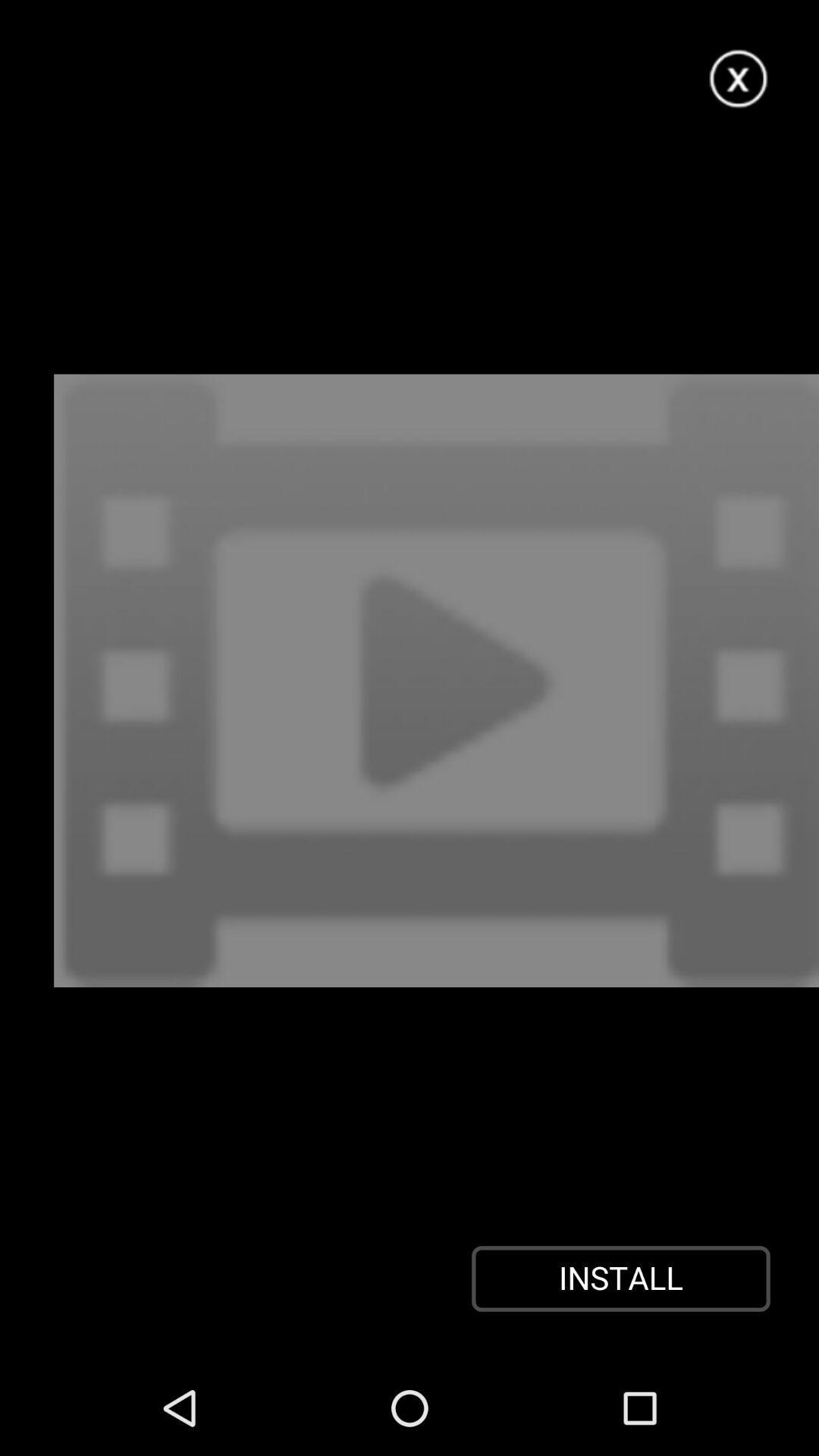 The width and height of the screenshot is (819, 1456). I want to click on this page, so click(739, 79).